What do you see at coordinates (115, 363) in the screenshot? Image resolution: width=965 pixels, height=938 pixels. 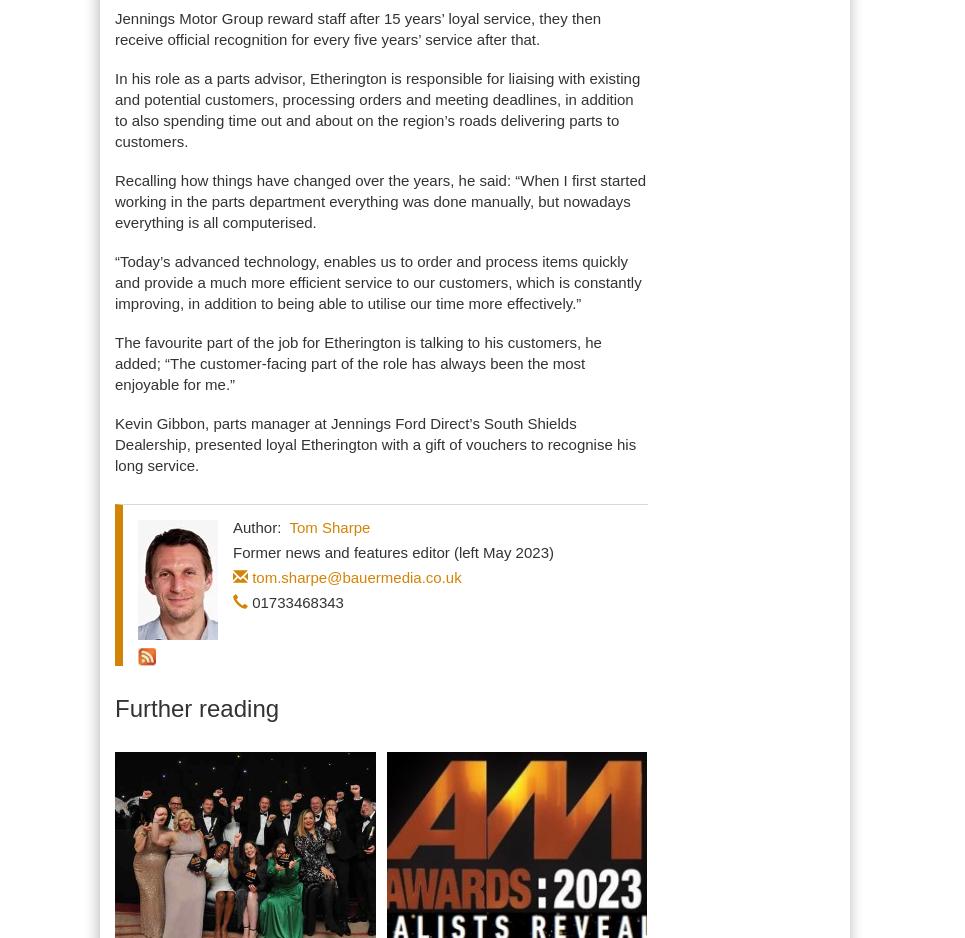 I see `'The favourite part of the job for Etherington is talking to his customers, he added; “The customer-facing part of the role has always been the most enjoyable for me.”'` at bounding box center [115, 363].